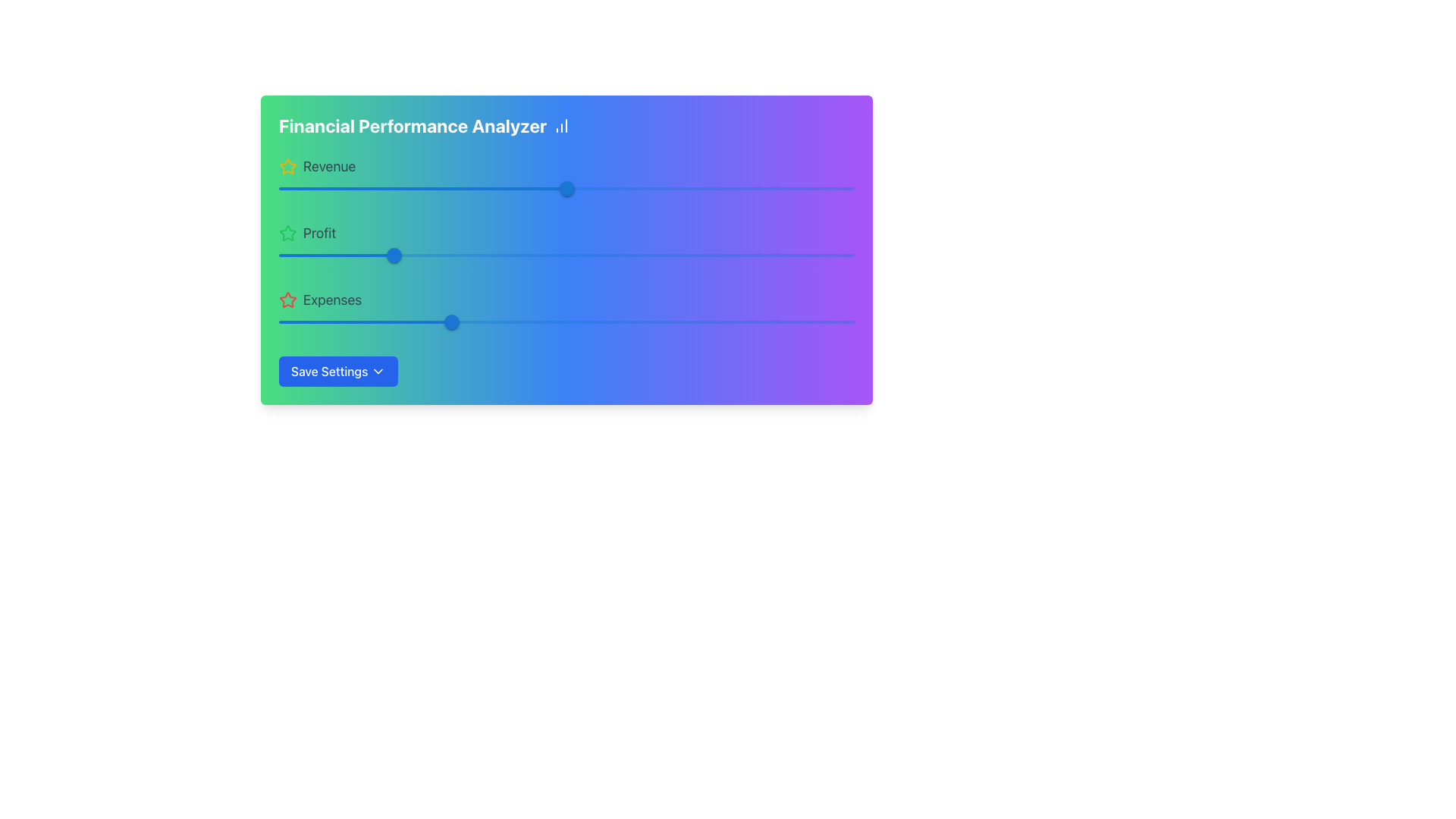  What do you see at coordinates (715, 188) in the screenshot?
I see `the Revenue slider` at bounding box center [715, 188].